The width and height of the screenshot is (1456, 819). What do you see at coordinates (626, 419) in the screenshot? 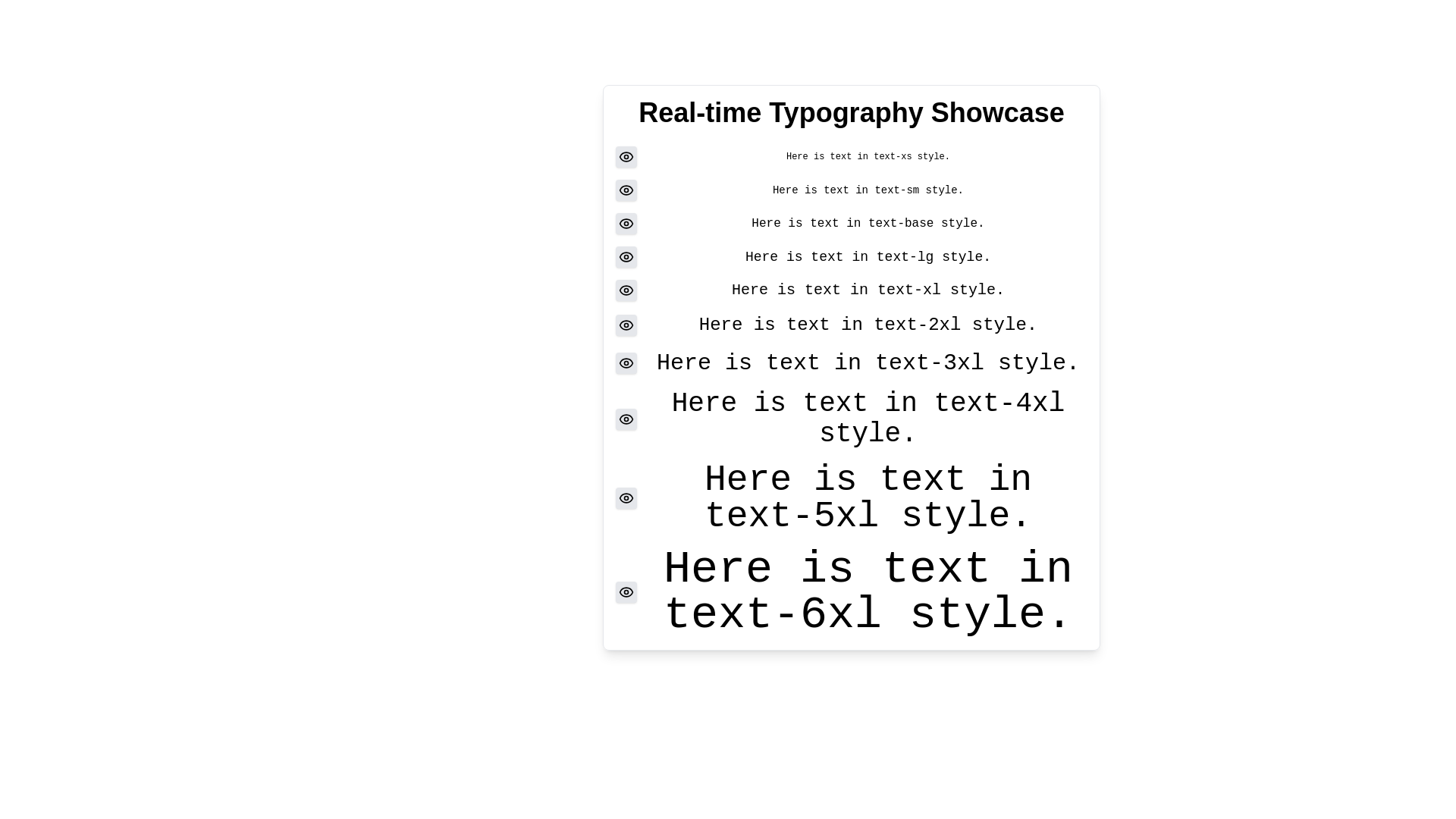
I see `the first eye-shaped icon in the vertical icon group next to the text styled as 'text-4xl'` at bounding box center [626, 419].